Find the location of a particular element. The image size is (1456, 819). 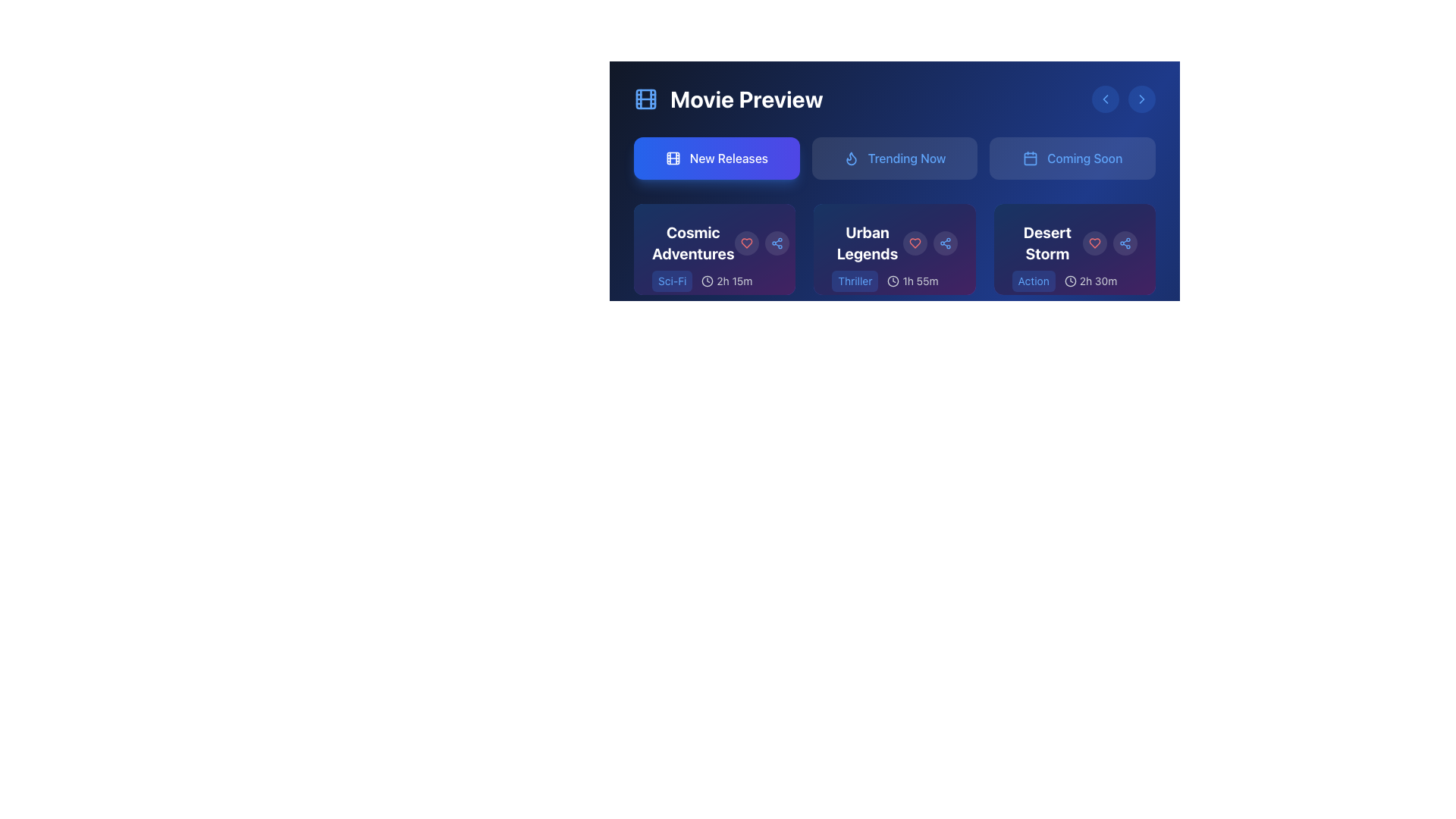

displayed duration text '2 hours and 15 minutes' from the Text label with an accompanying clock icon, located under 'New Releases' and above the 'Sci-Fi' category label is located at coordinates (726, 281).